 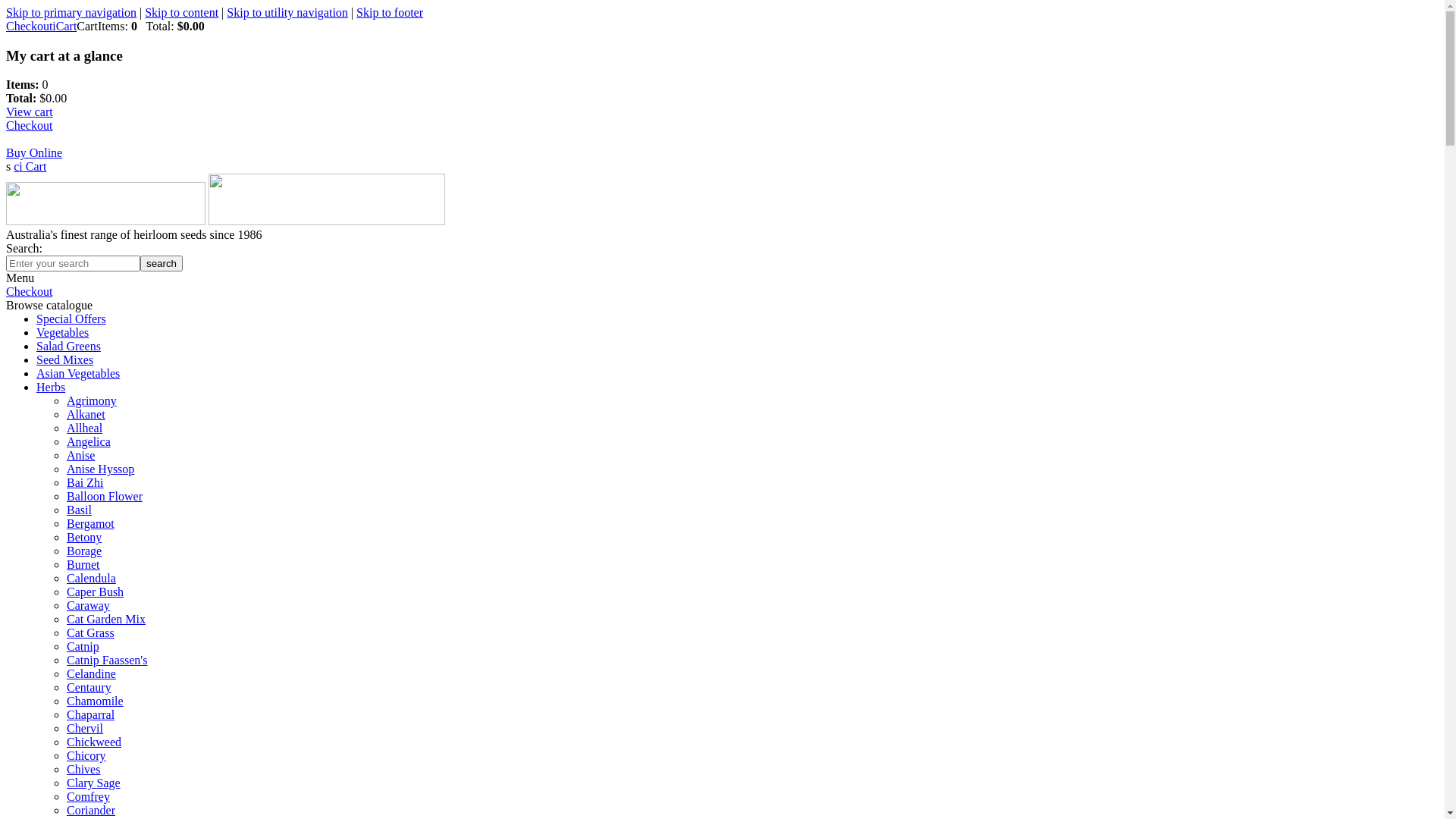 What do you see at coordinates (90, 809) in the screenshot?
I see `'Coriander'` at bounding box center [90, 809].